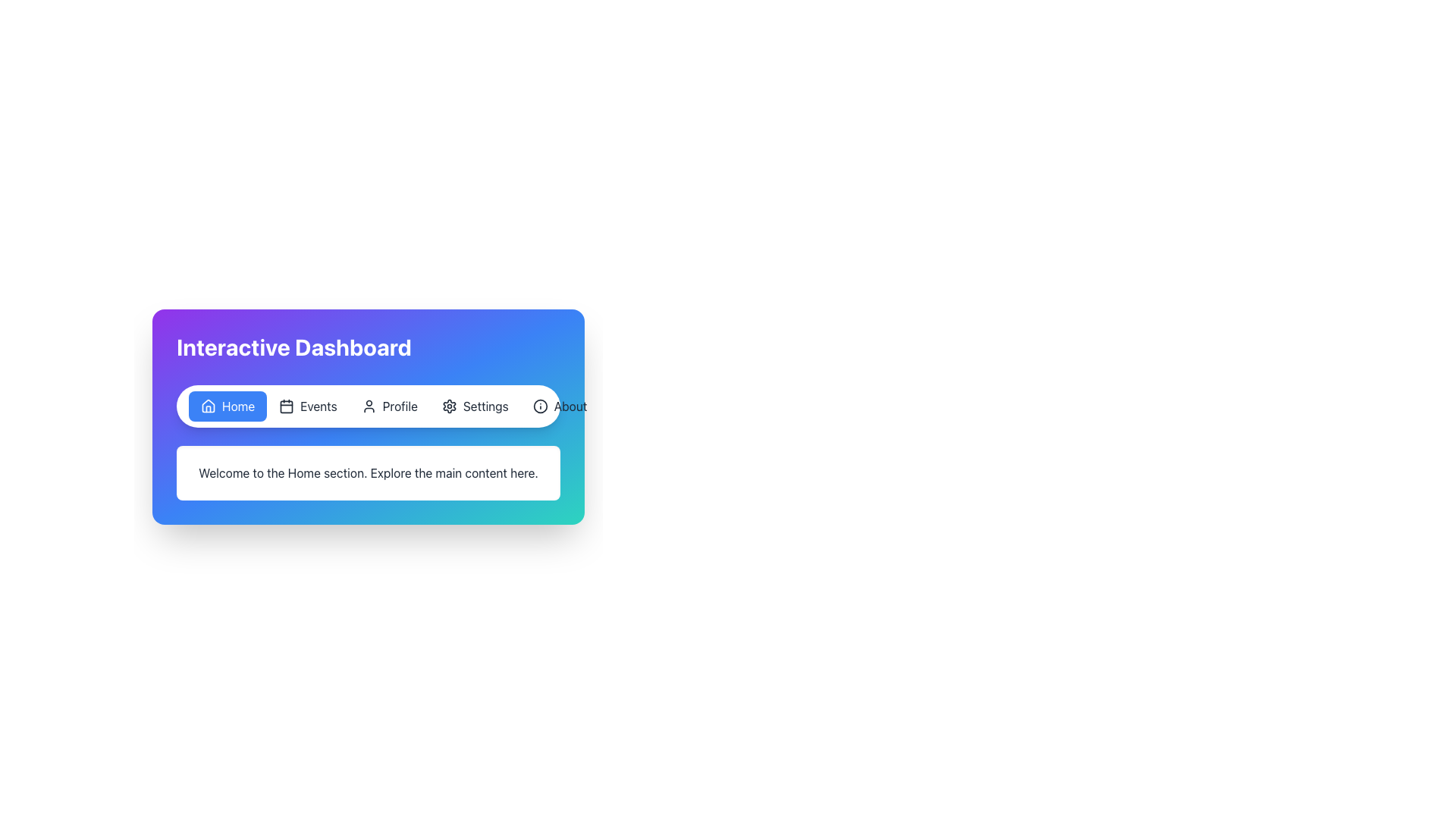  I want to click on the bold-styled text element displaying 'Interactive Dashboard' located at the top-left corner of the interface, so click(293, 347).